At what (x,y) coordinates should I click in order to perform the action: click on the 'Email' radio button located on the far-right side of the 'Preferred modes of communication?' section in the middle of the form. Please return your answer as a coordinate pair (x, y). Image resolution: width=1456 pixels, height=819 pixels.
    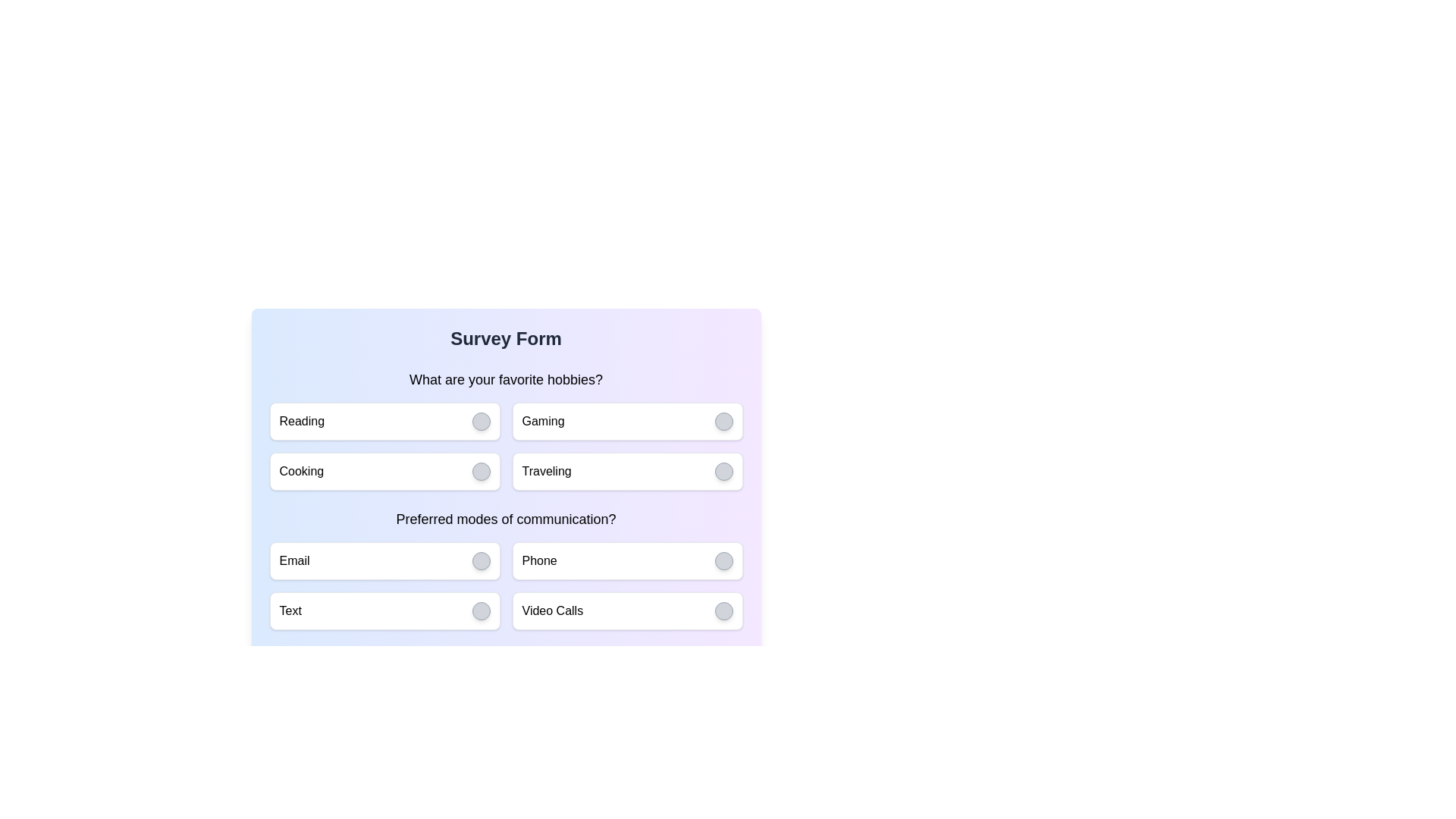
    Looking at the image, I should click on (480, 561).